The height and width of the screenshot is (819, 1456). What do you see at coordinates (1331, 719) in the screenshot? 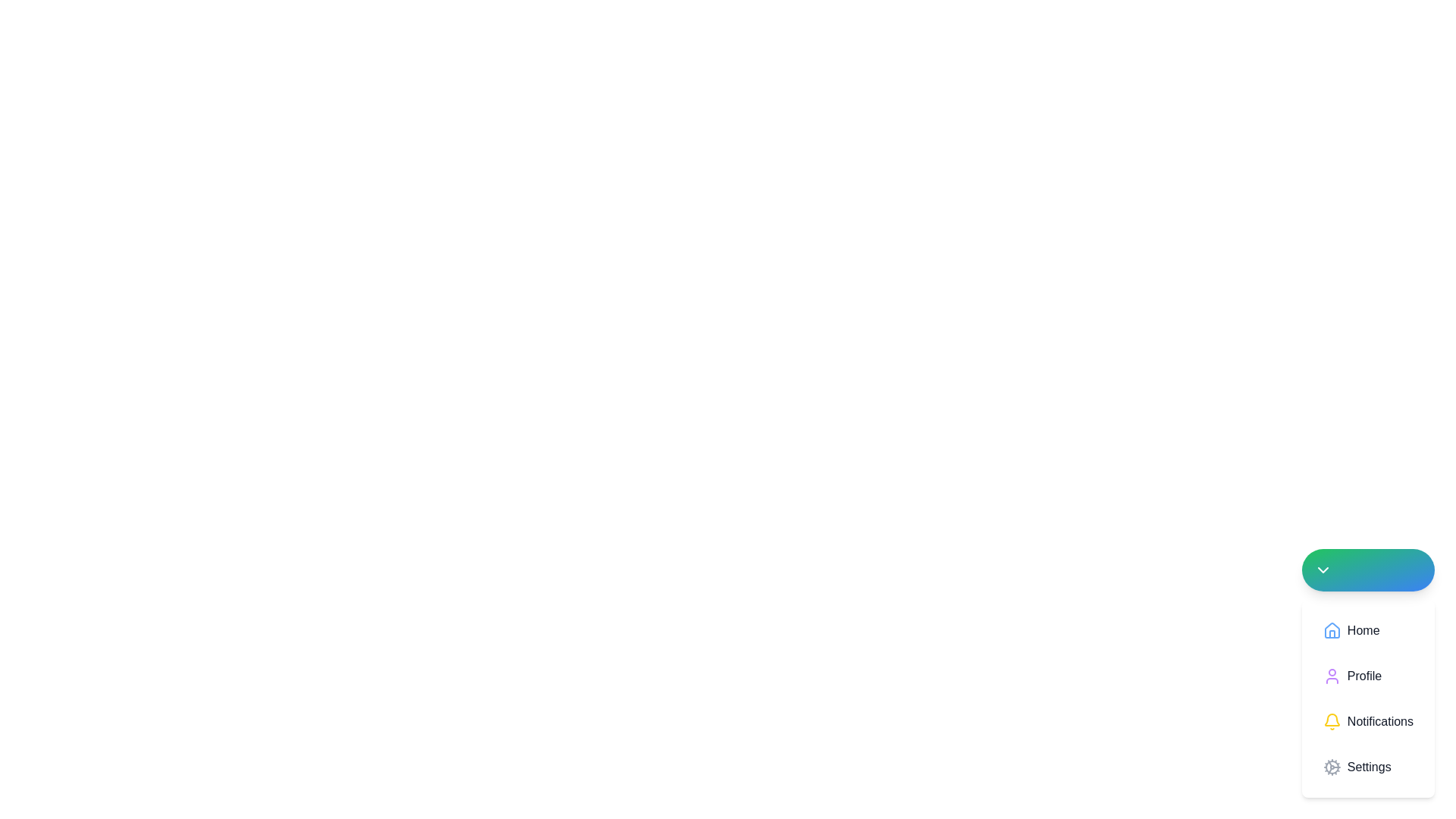
I see `the notification icon located in the third position of the vertical menu, between the 'Profile' and 'Settings' entries` at bounding box center [1331, 719].